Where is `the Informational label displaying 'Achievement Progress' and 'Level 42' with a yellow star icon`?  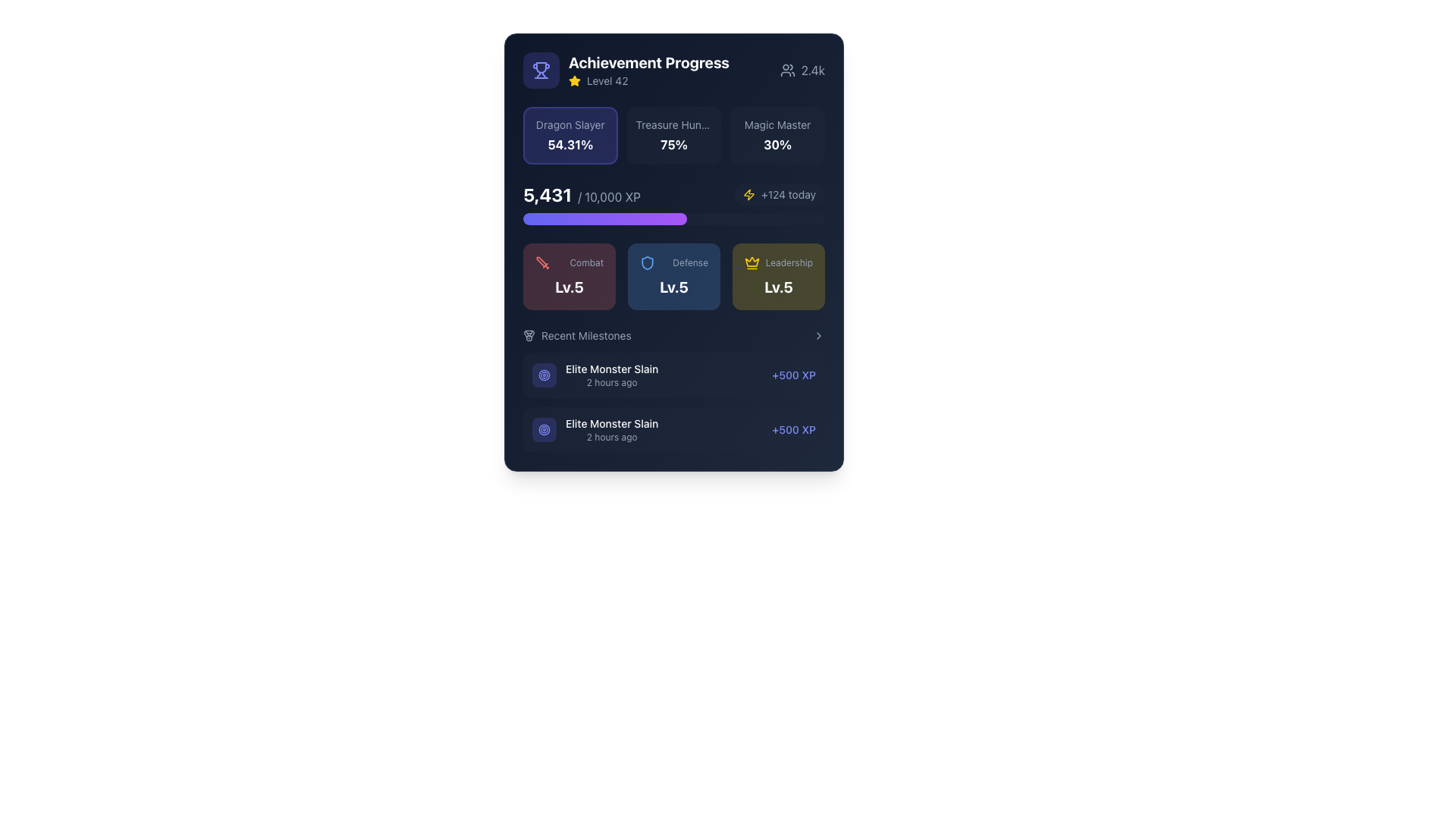 the Informational label displaying 'Achievement Progress' and 'Level 42' with a yellow star icon is located at coordinates (648, 70).